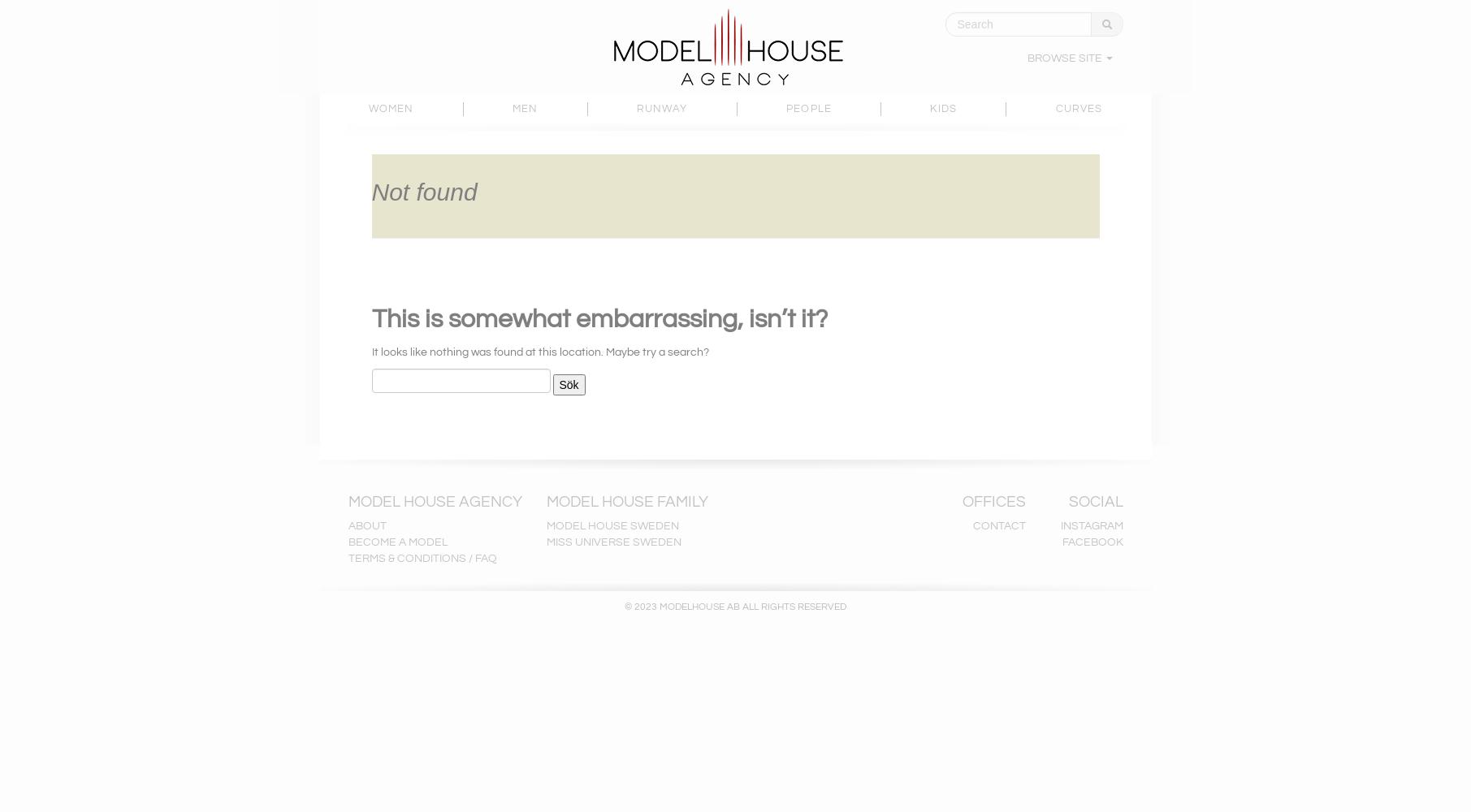 The image size is (1471, 812). What do you see at coordinates (421, 559) in the screenshot?
I see `'TERMS & CONDITIONS / FAQ'` at bounding box center [421, 559].